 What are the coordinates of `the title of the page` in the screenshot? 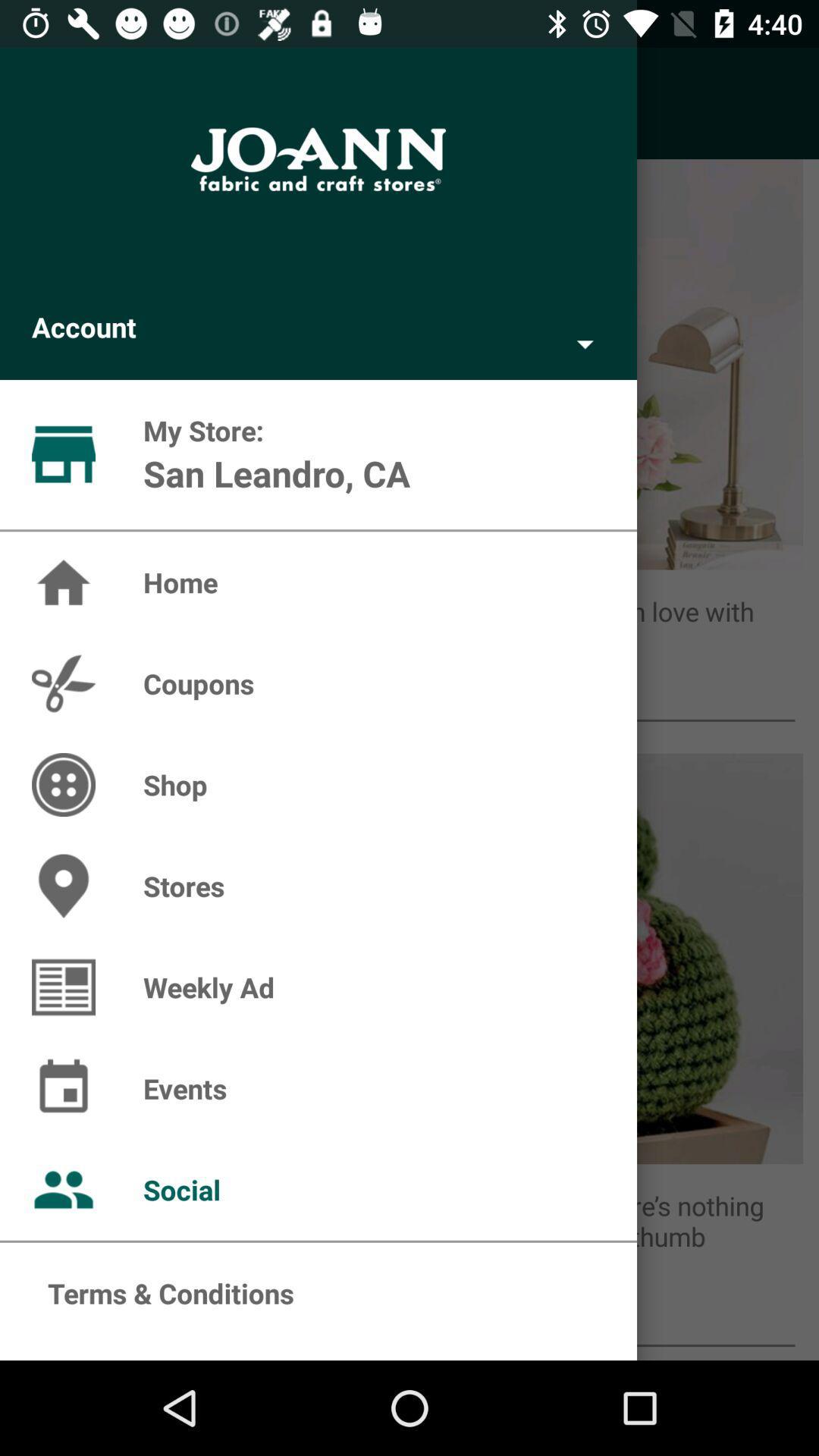 It's located at (318, 159).